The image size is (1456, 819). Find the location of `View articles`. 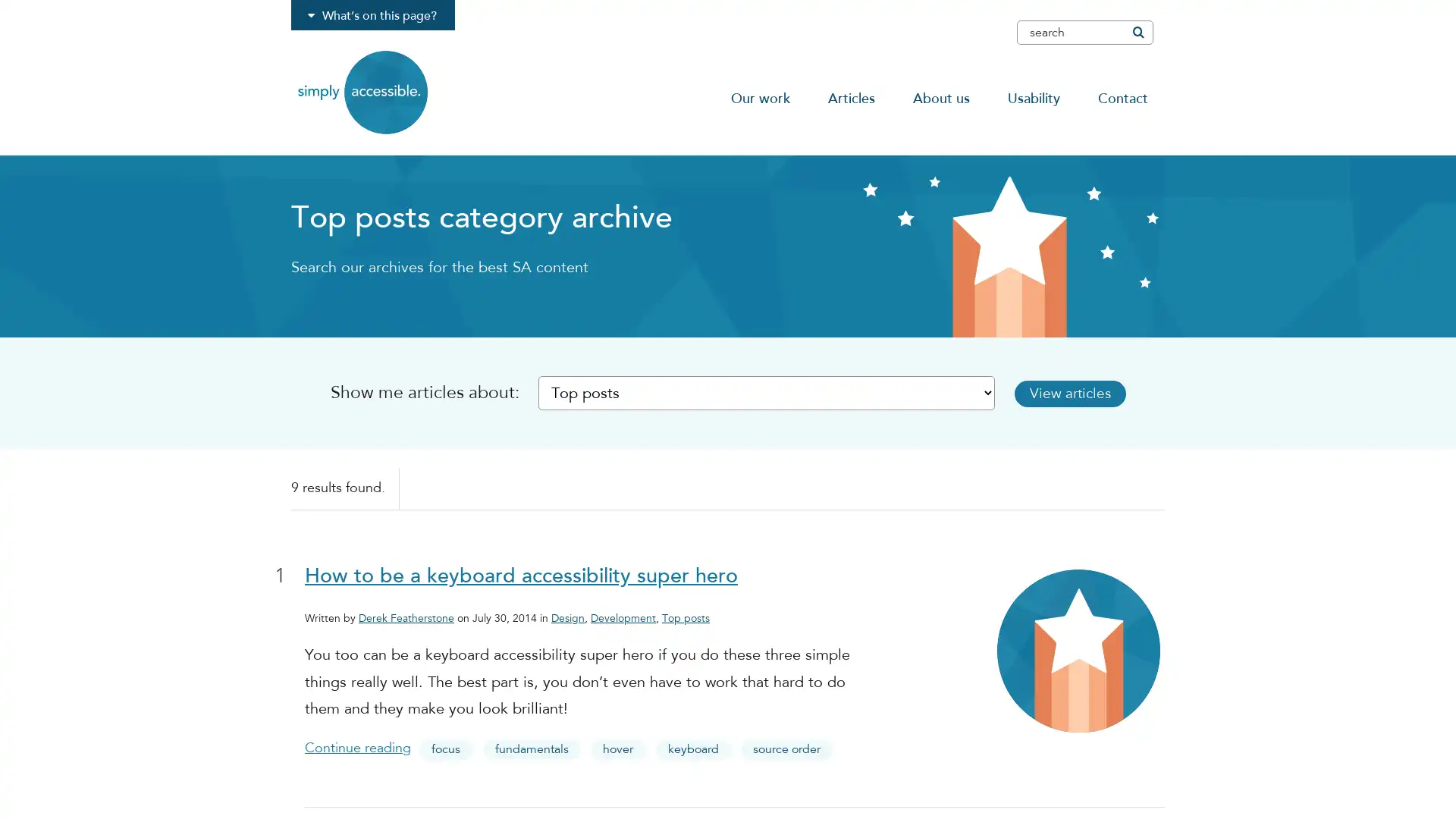

View articles is located at coordinates (1076, 392).